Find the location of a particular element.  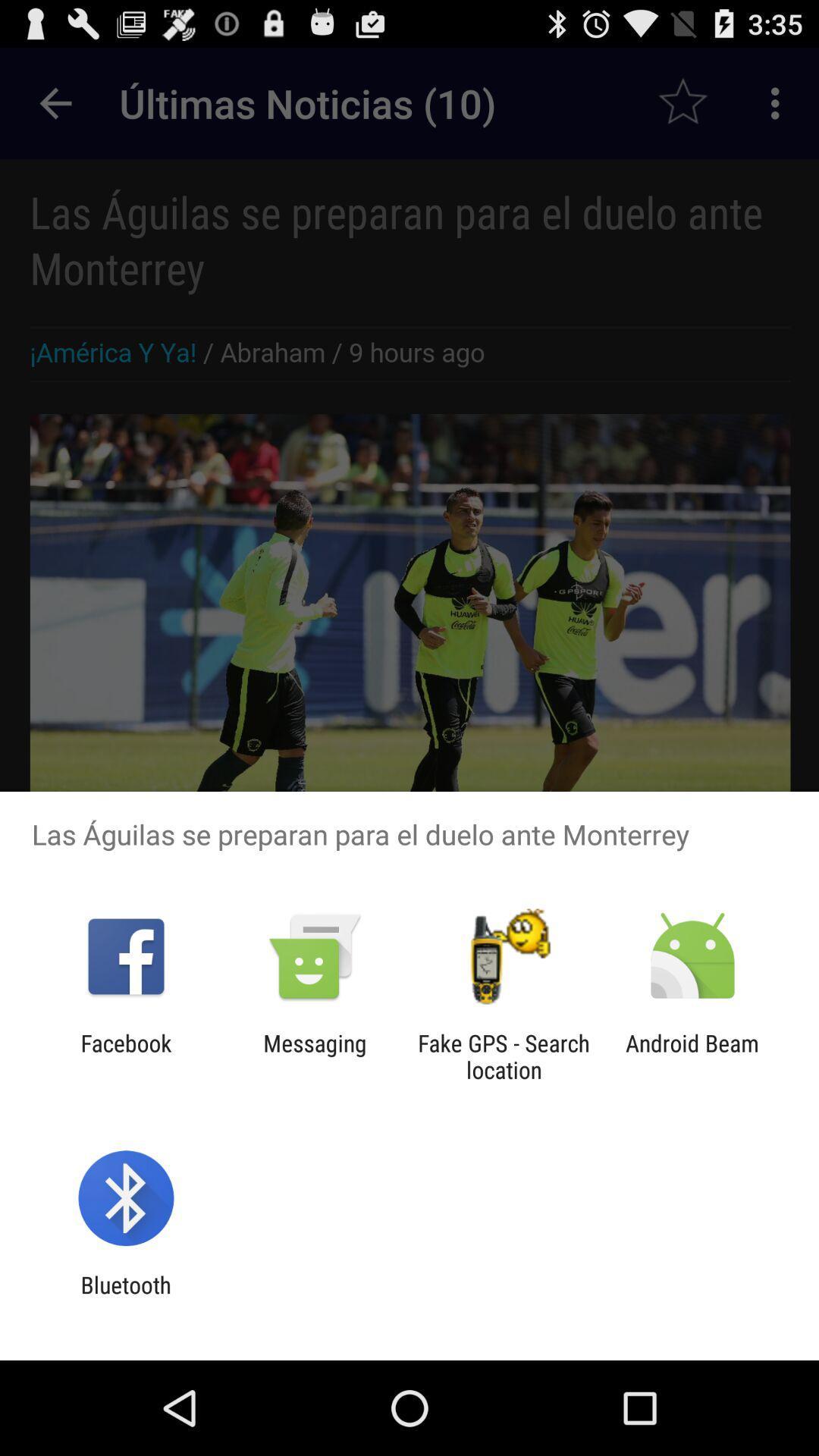

item to the right of the facebook item is located at coordinates (314, 1056).